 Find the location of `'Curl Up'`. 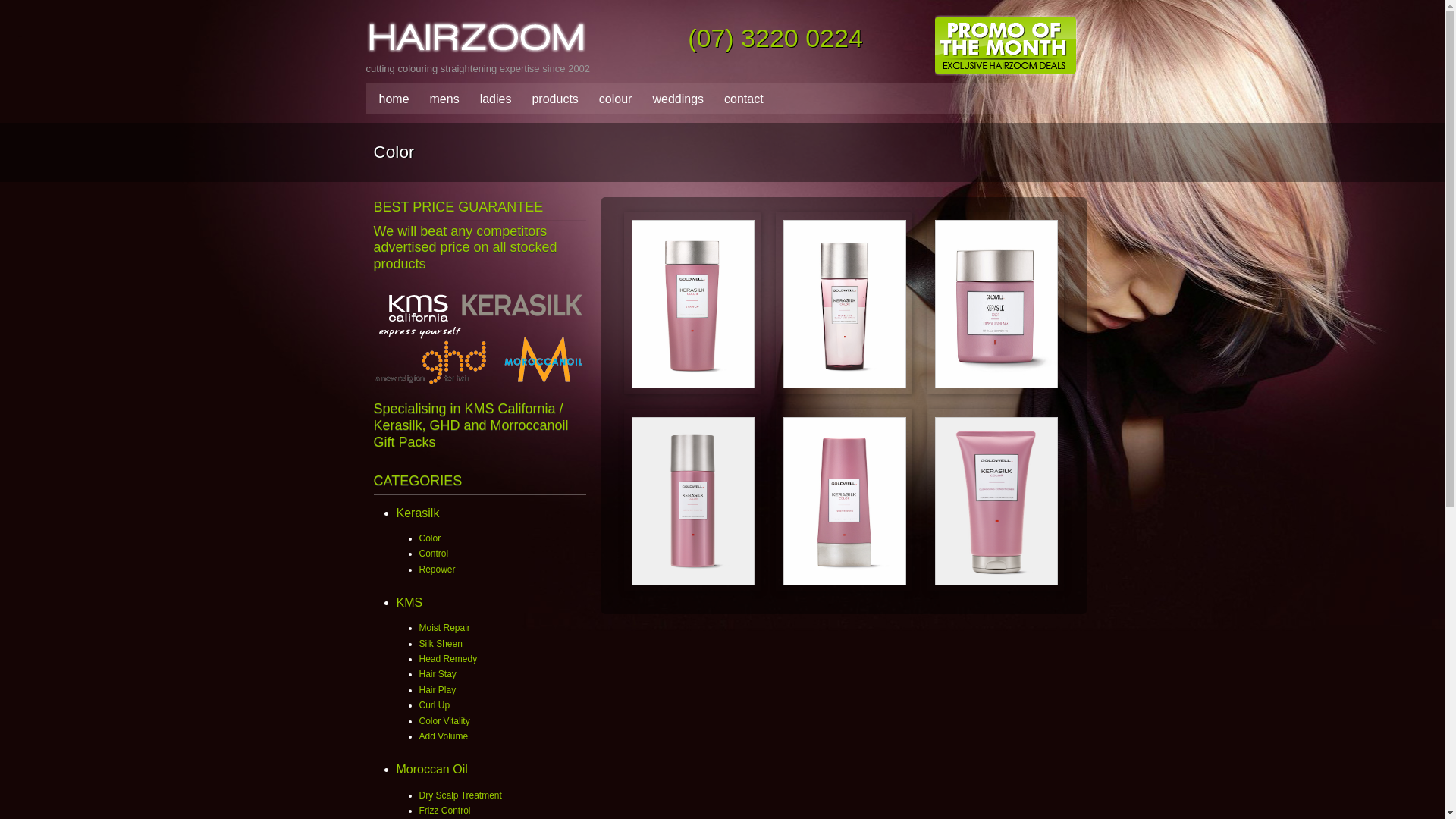

'Curl Up' is located at coordinates (433, 704).